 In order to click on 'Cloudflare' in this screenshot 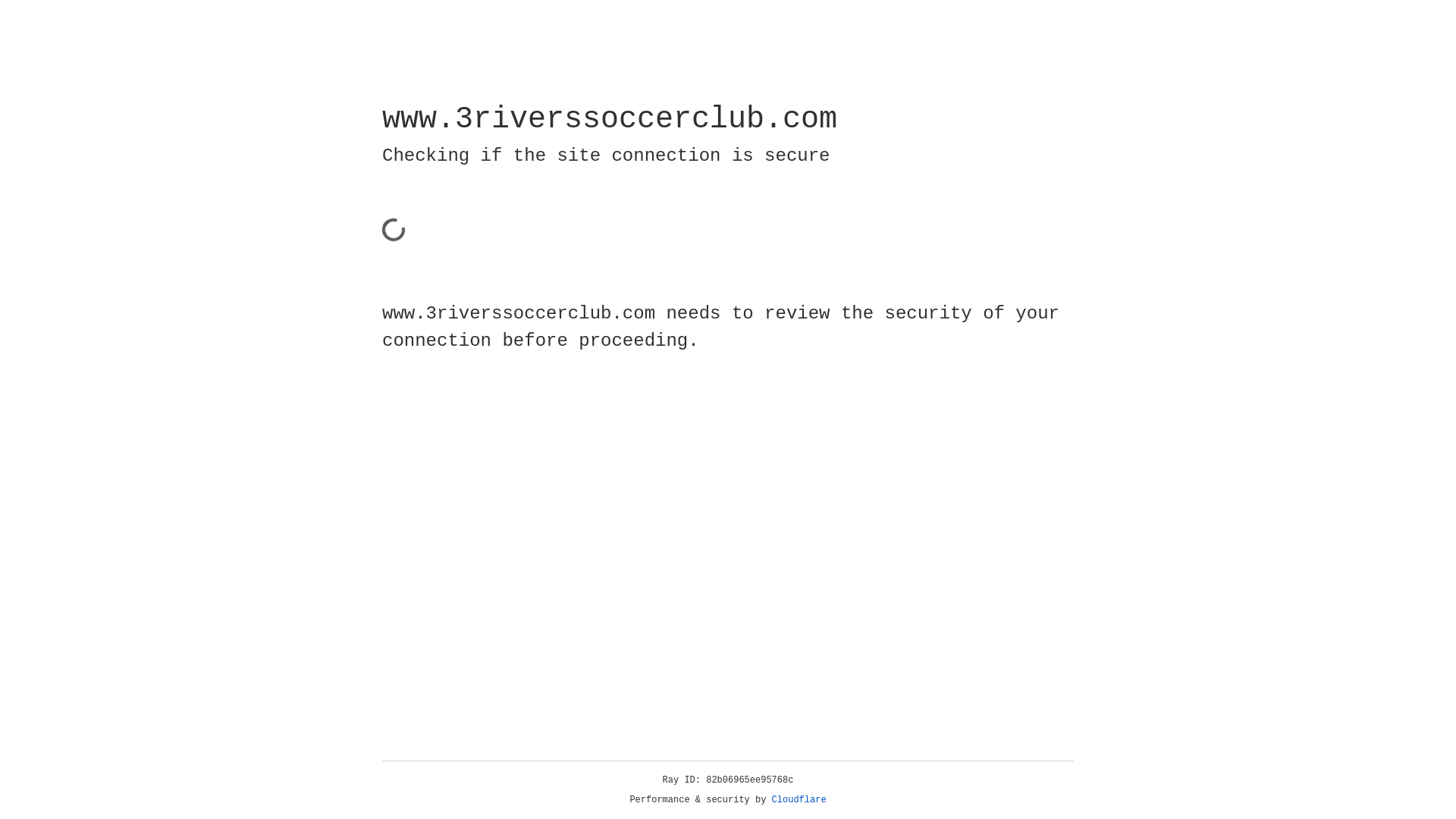, I will do `click(799, 799)`.